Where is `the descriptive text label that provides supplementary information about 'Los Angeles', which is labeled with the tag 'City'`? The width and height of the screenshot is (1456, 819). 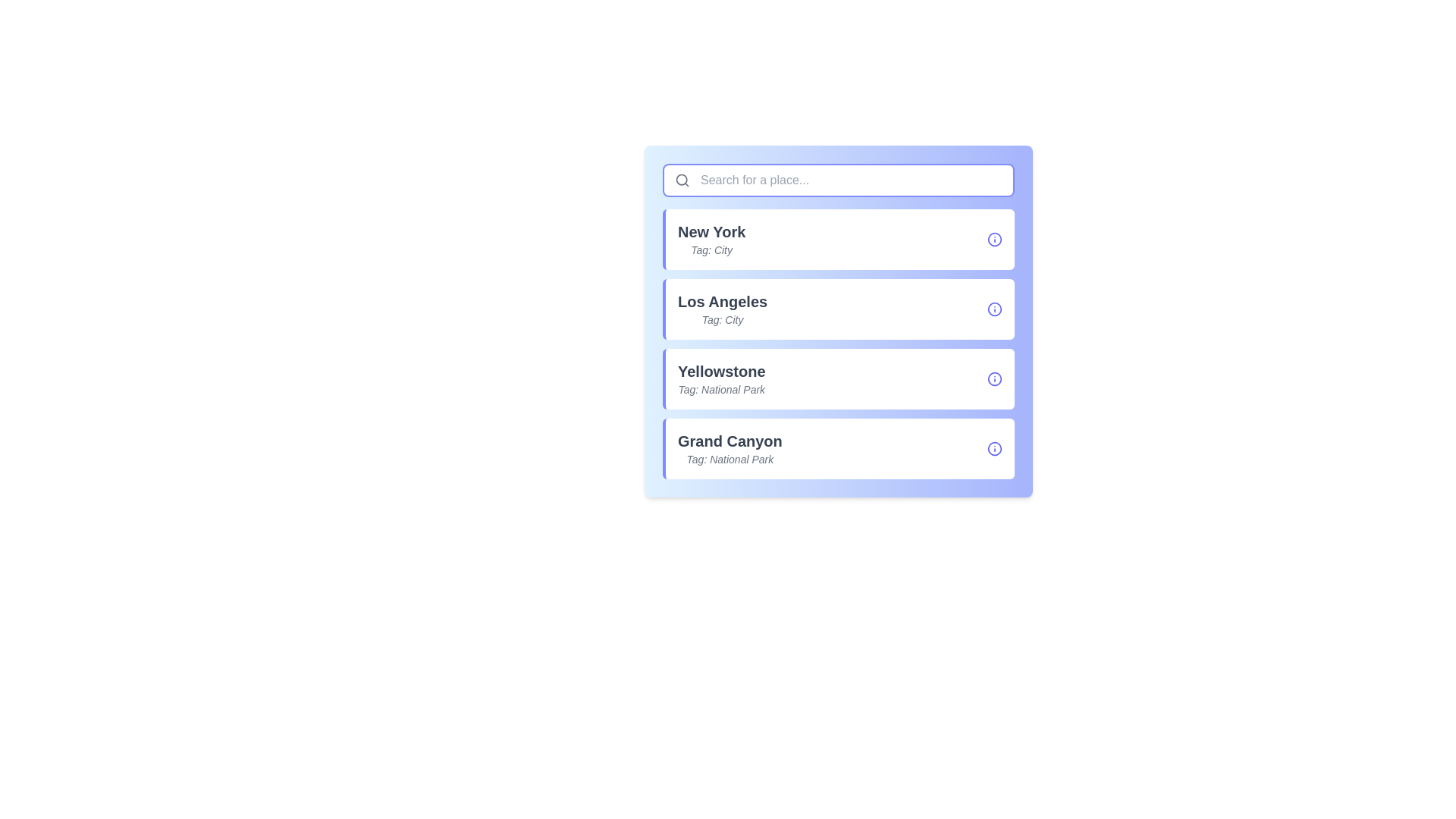 the descriptive text label that provides supplementary information about 'Los Angeles', which is labeled with the tag 'City' is located at coordinates (722, 318).